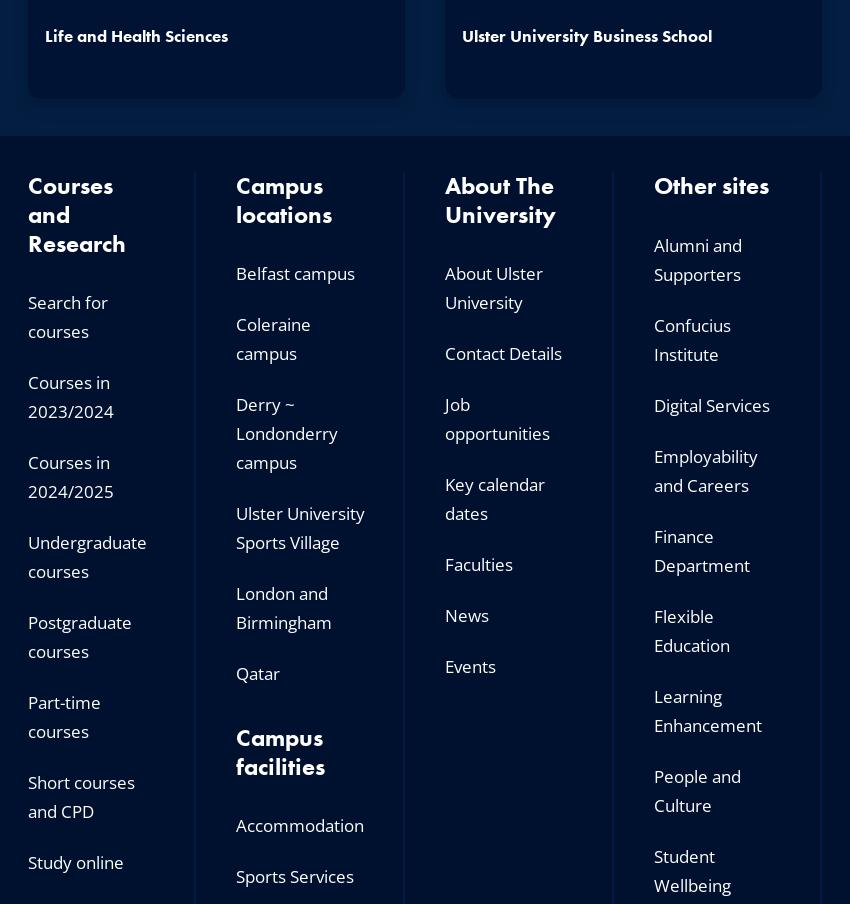 The image size is (850, 904). Describe the element at coordinates (690, 339) in the screenshot. I see `'Confucius Institute'` at that location.